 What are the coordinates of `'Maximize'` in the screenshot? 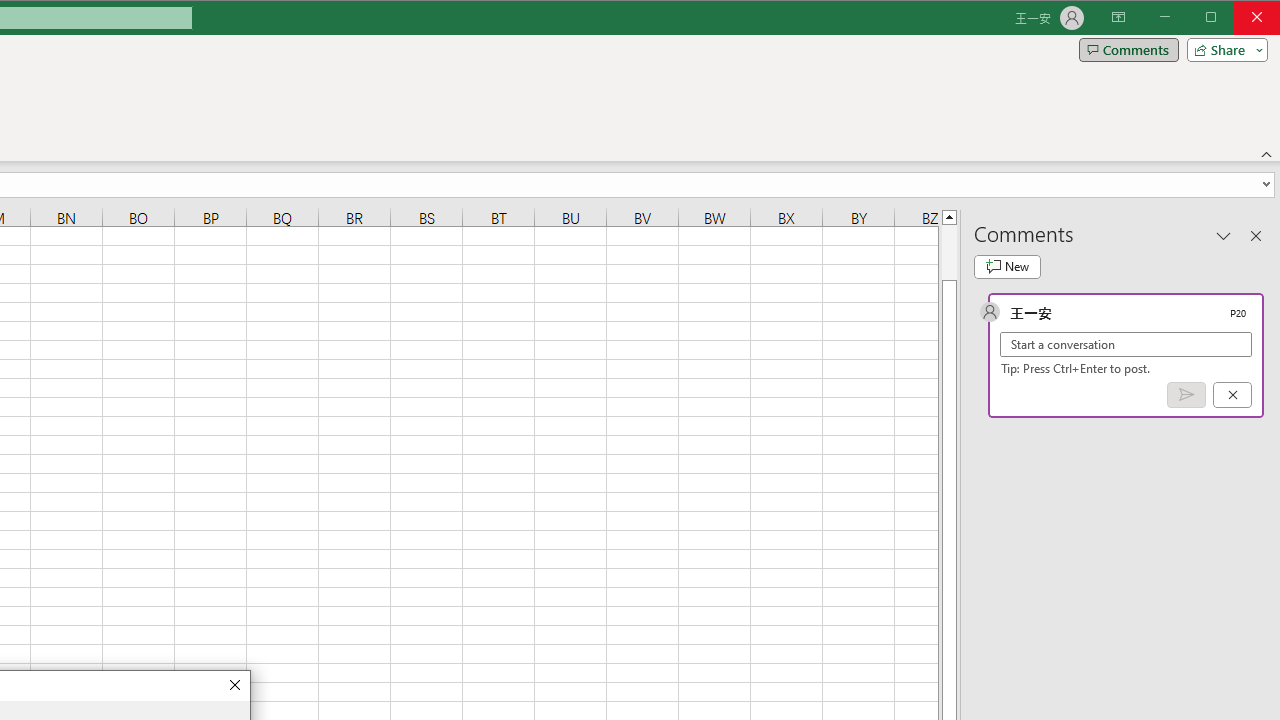 It's located at (1238, 19).